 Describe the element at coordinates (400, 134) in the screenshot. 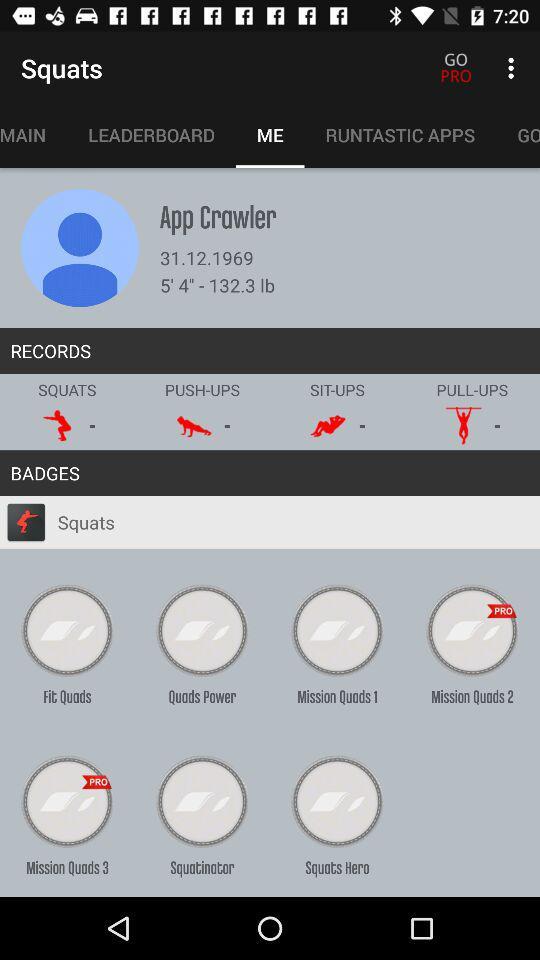

I see `runtastic apps item` at that location.